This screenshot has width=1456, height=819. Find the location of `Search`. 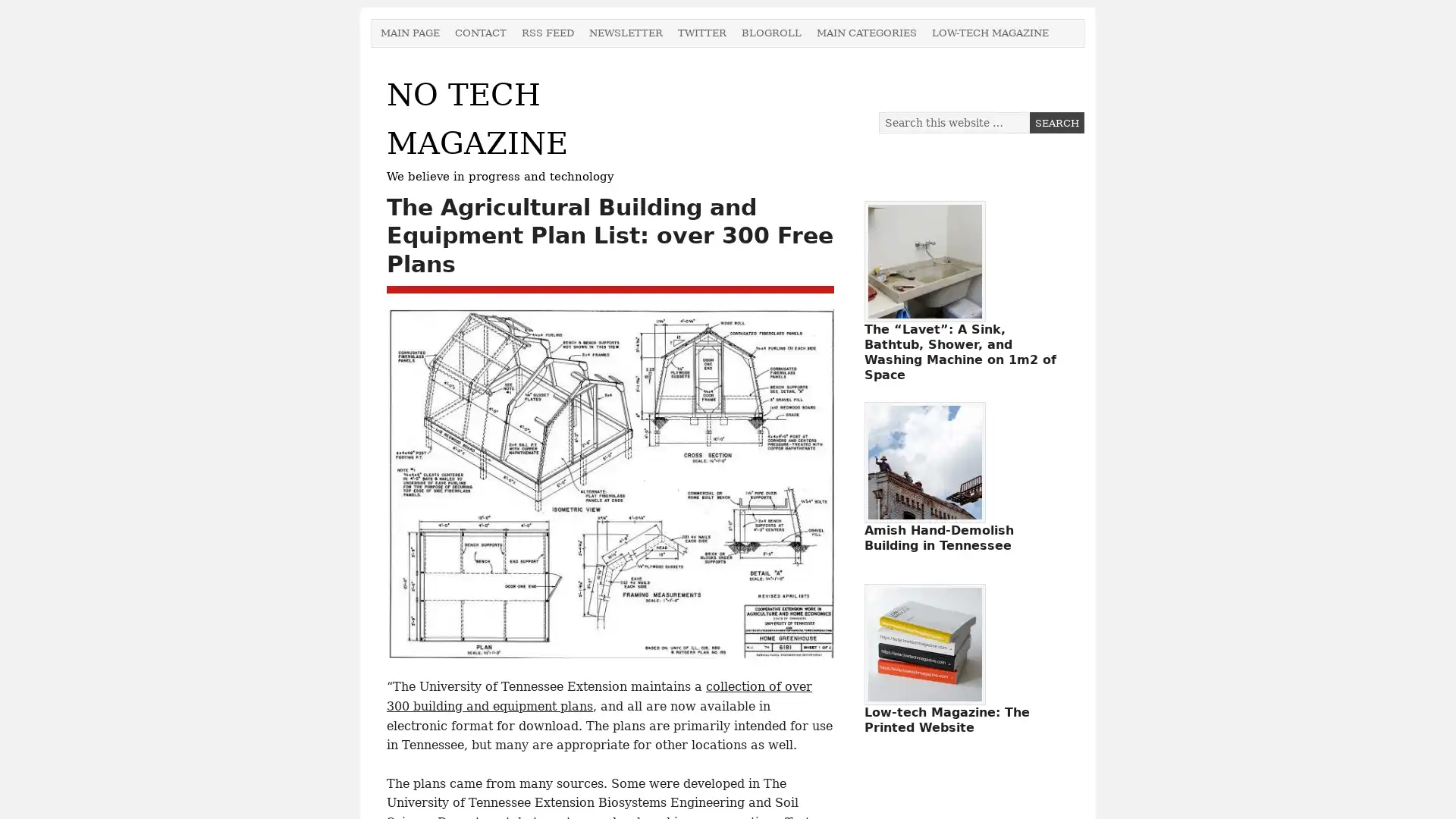

Search is located at coordinates (1056, 121).